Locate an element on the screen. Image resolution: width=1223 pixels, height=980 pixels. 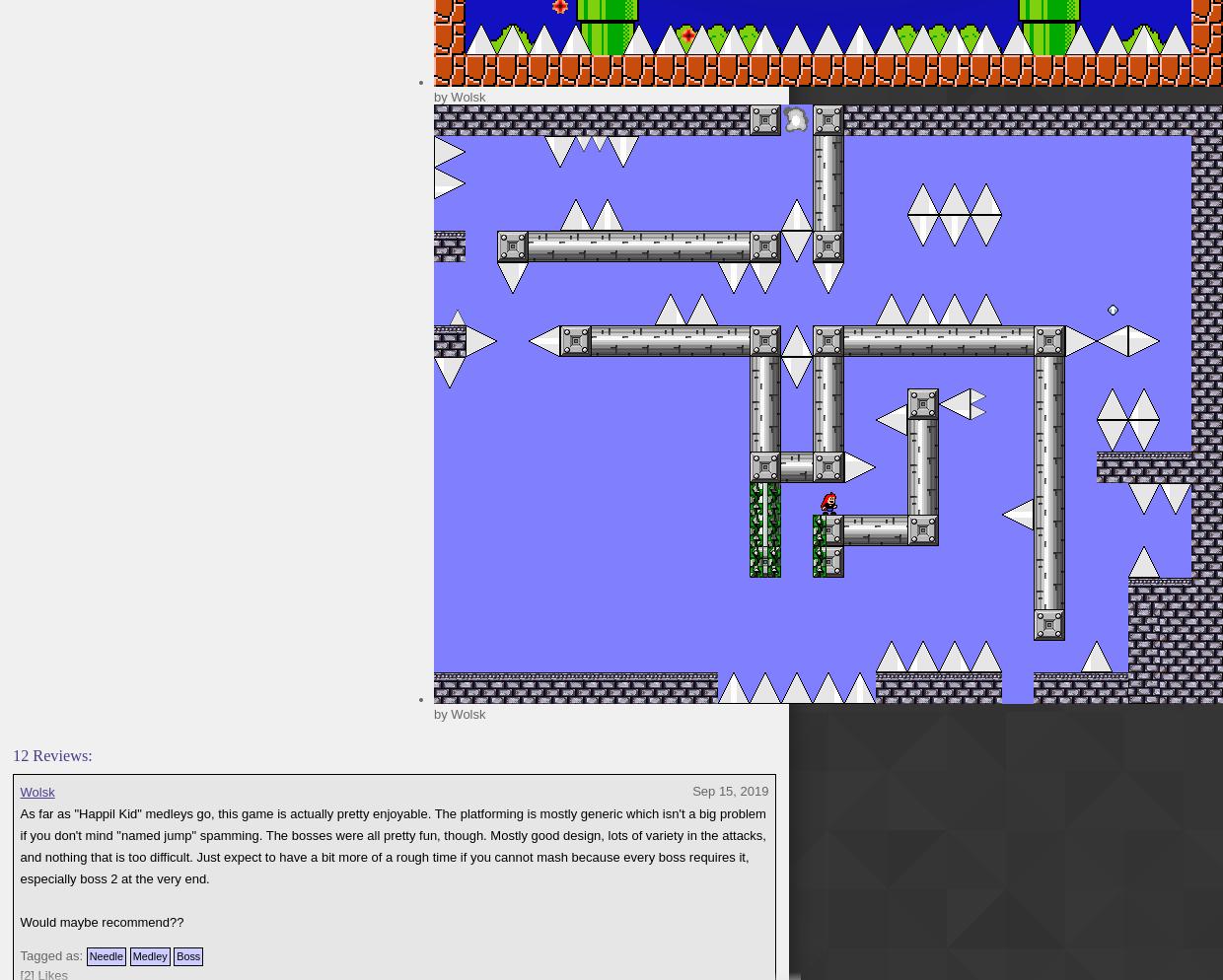
'As far as "Happil Kid" medleys go, this game is actually pretty enjoyable.  The platforming is mostly generic which isn't a big problem if you don't mind "named jump" spamming.  The bosses were all pretty fun, though.  Mostly good design, lots of variety in the attacks, and nothing that is too difficult.  Just expect to have a bit more of a rough time if you cannot mash because every boss requires it, especially boss 2 at the very end.' is located at coordinates (393, 846).